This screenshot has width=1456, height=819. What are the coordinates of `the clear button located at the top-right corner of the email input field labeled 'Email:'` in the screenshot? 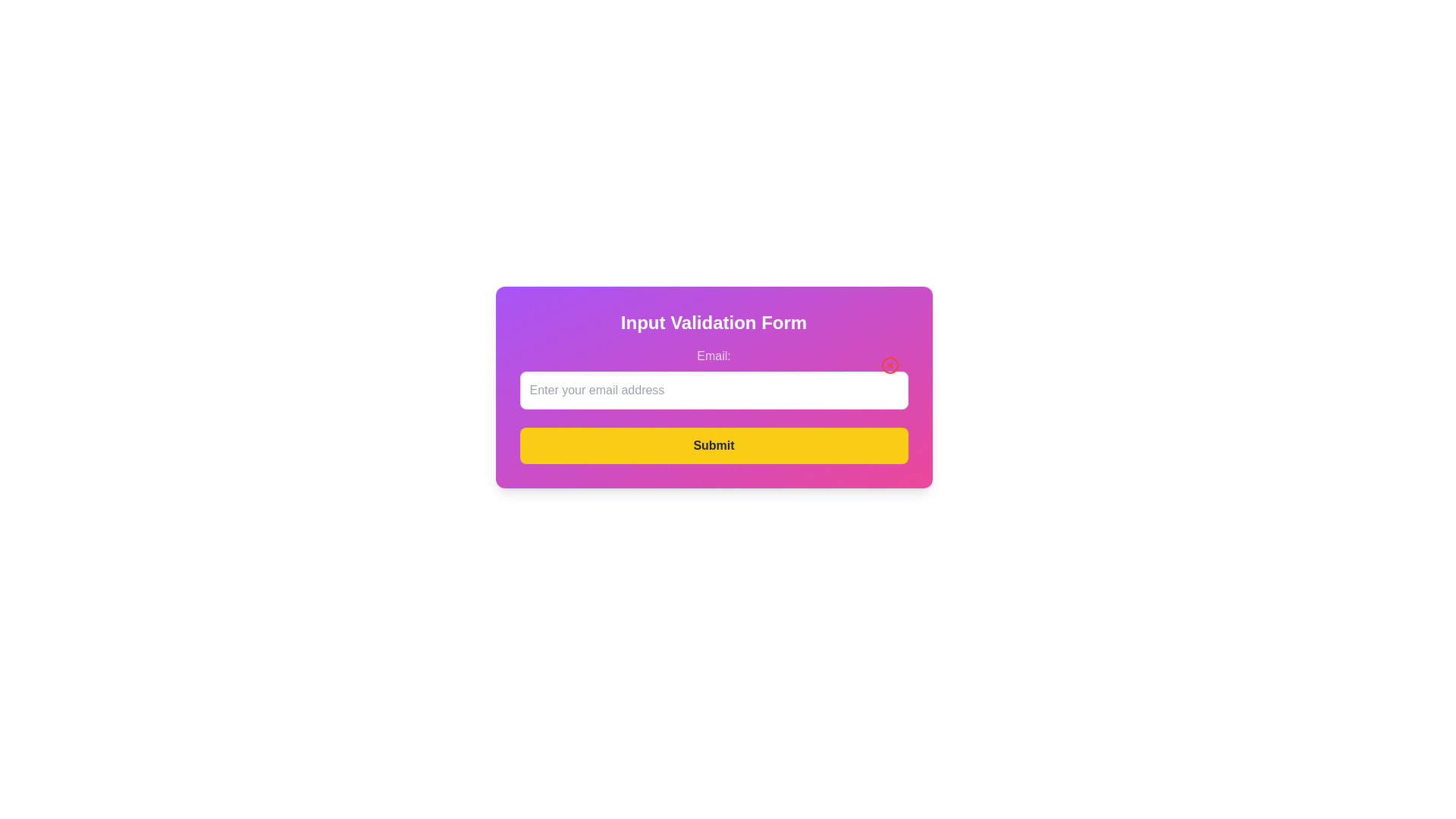 It's located at (890, 366).